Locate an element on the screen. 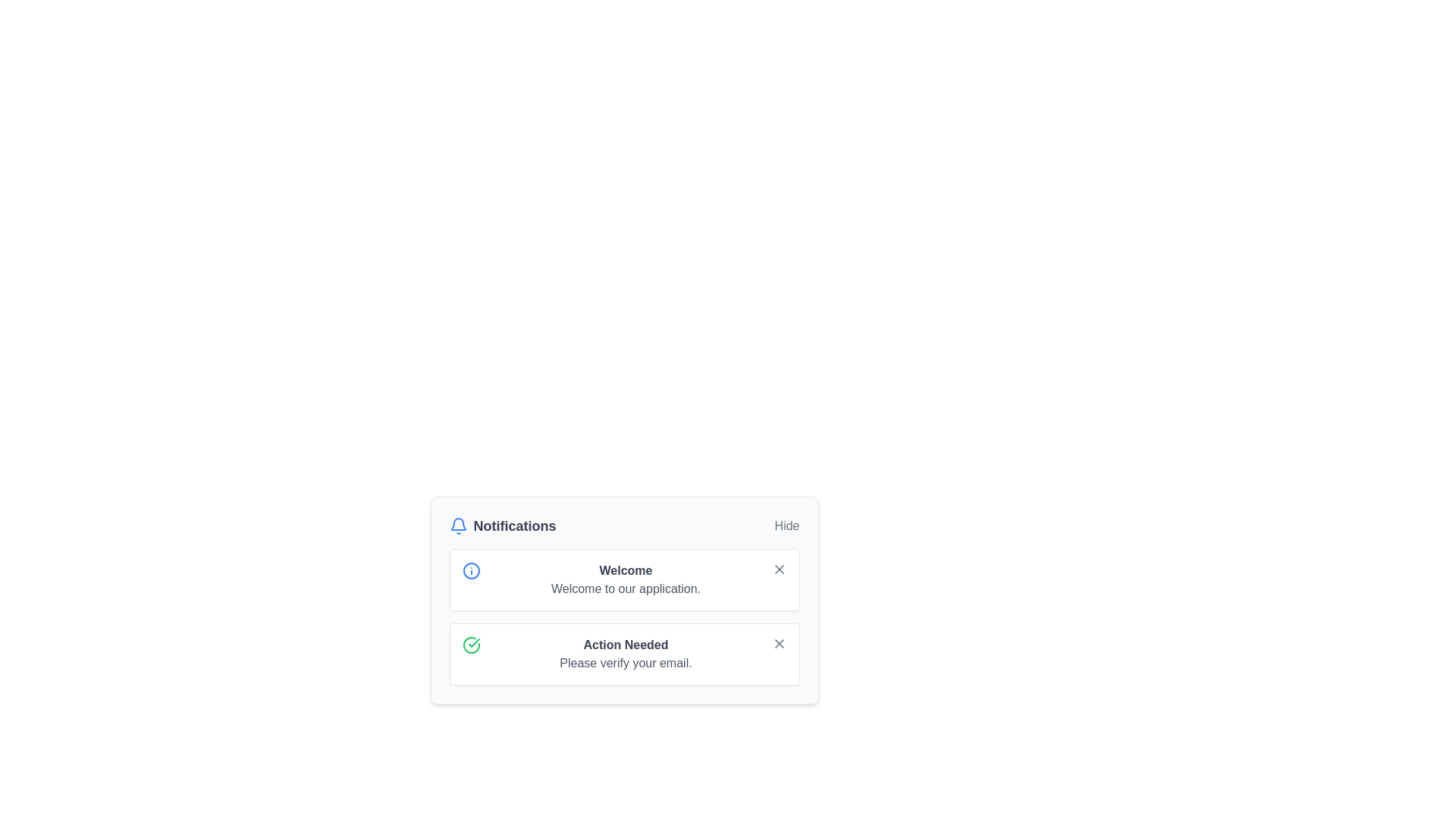 This screenshot has height=819, width=1456. the header text element that serves as the title for the notification panel, located to the right of a bell icon and positioned at the top-left of the notification section is located at coordinates (515, 526).